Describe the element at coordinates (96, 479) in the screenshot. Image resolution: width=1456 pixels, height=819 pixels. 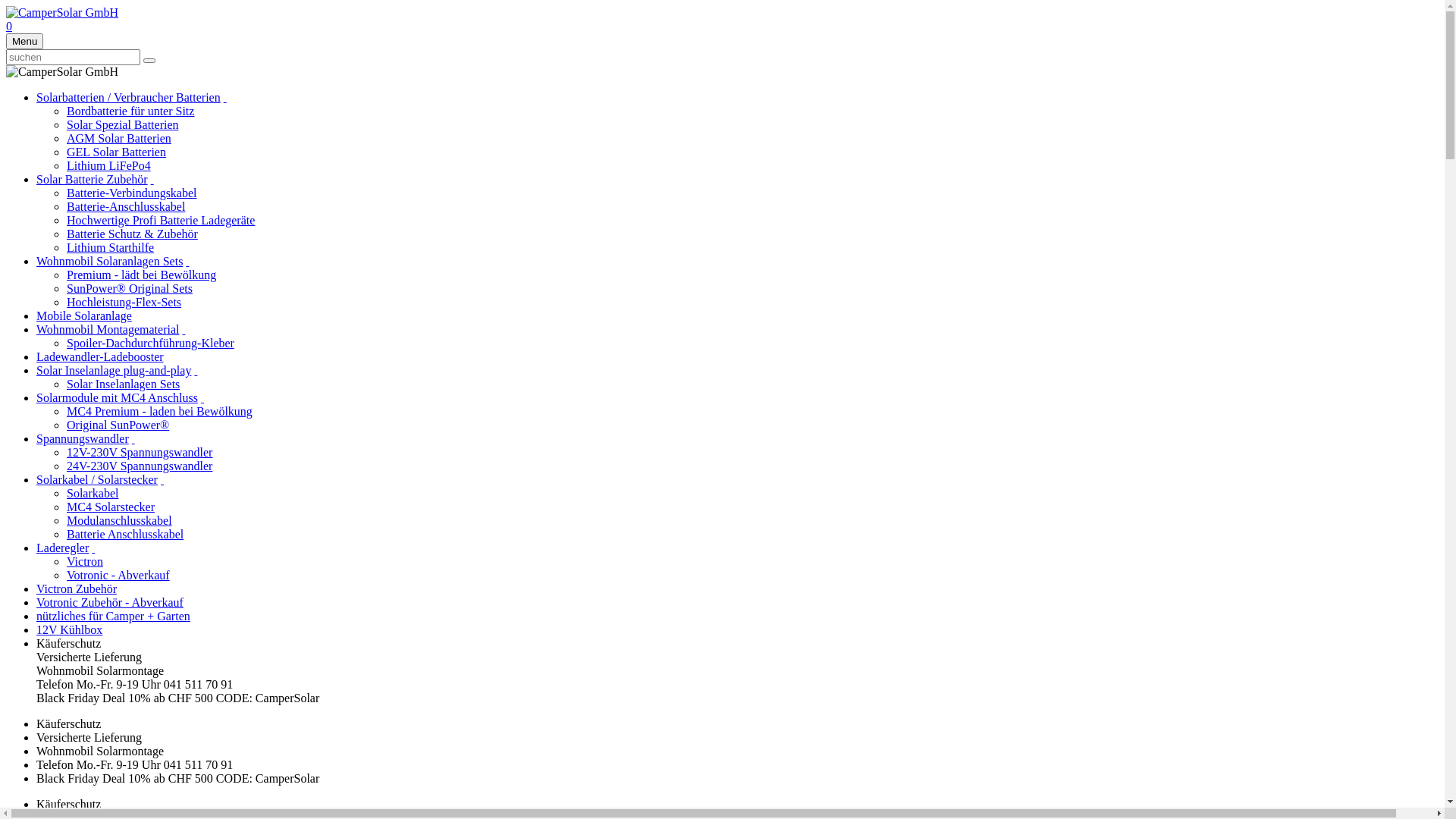
I see `'Solarkabel / Solarstecker'` at that location.